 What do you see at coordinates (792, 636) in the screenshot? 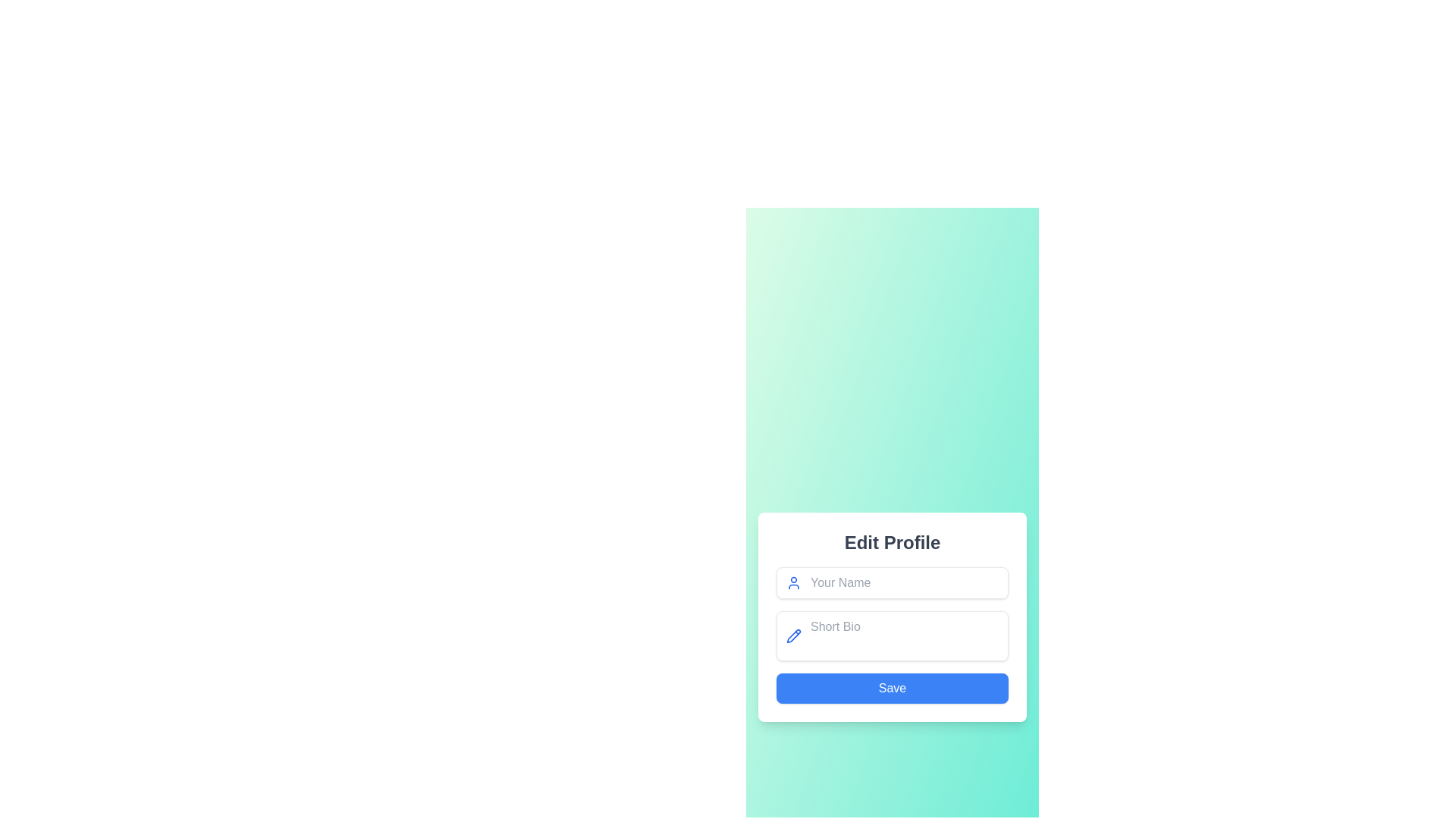
I see `the blue pencil icon representing editing, located to the left of the 'Short Bio' text input` at bounding box center [792, 636].